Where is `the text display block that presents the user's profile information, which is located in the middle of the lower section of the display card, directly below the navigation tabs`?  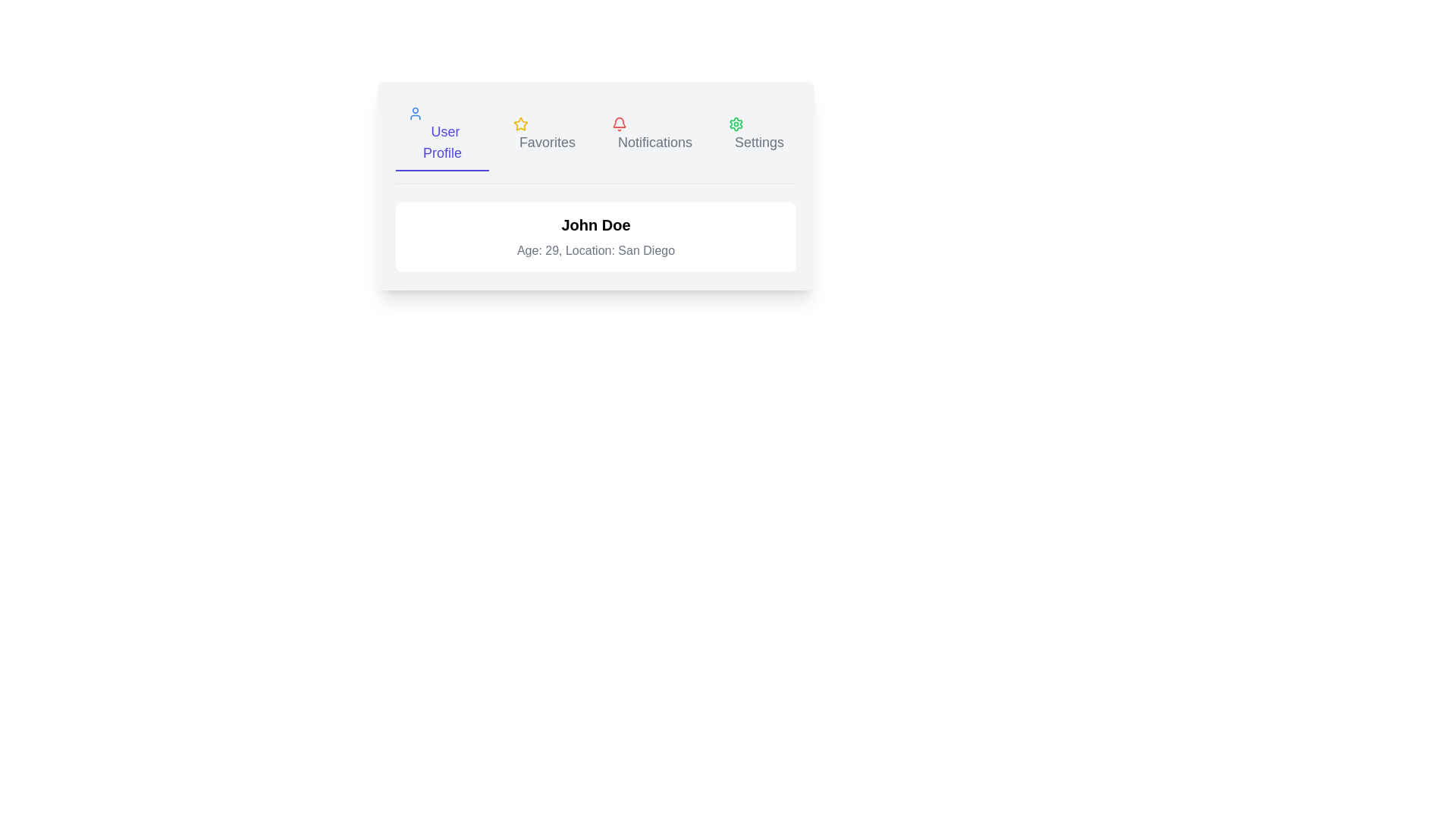 the text display block that presents the user's profile information, which is located in the middle of the lower section of the display card, directly below the navigation tabs is located at coordinates (595, 237).